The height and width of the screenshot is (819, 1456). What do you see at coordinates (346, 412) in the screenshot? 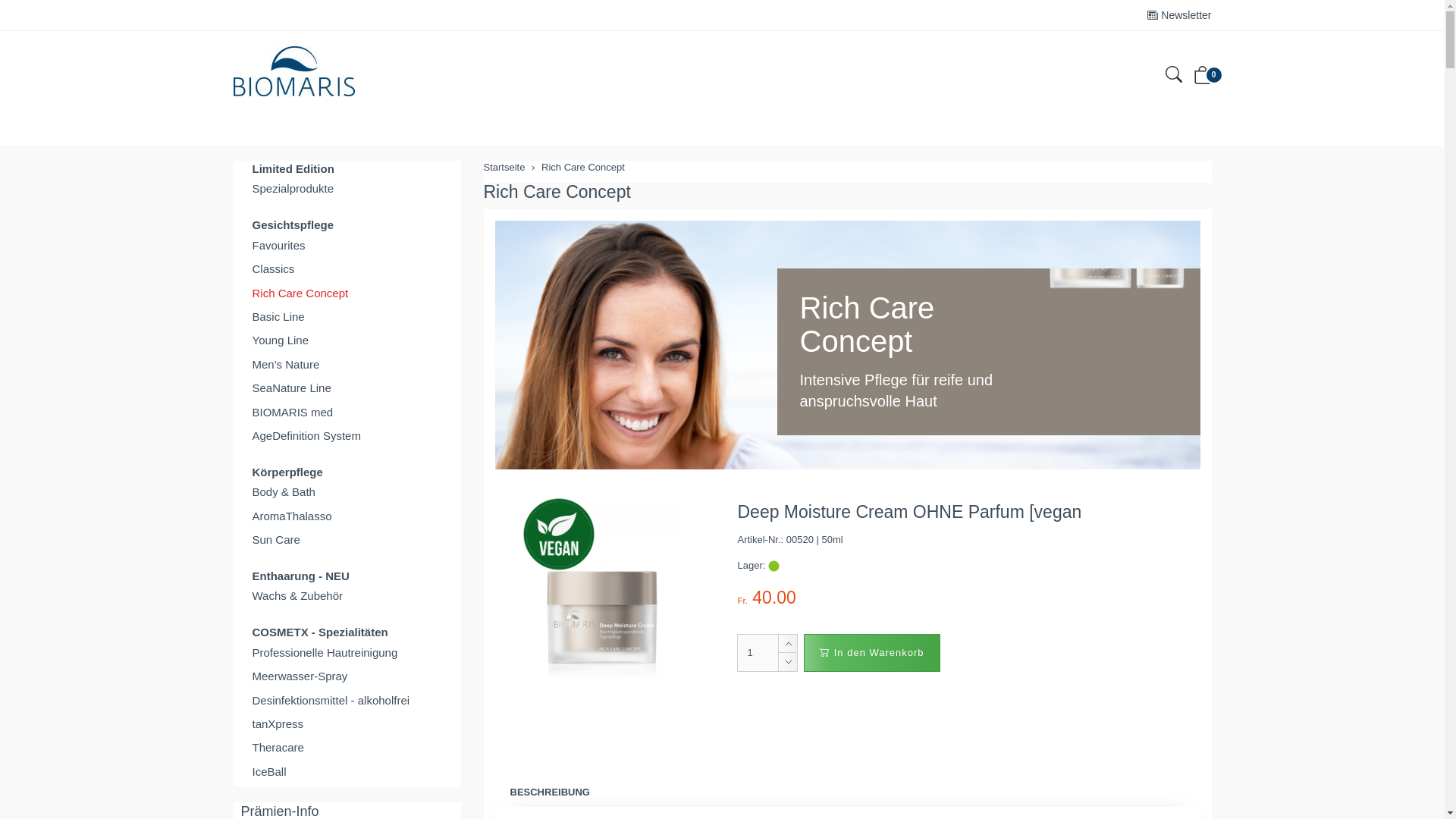
I see `'BIOMARIS med'` at bounding box center [346, 412].